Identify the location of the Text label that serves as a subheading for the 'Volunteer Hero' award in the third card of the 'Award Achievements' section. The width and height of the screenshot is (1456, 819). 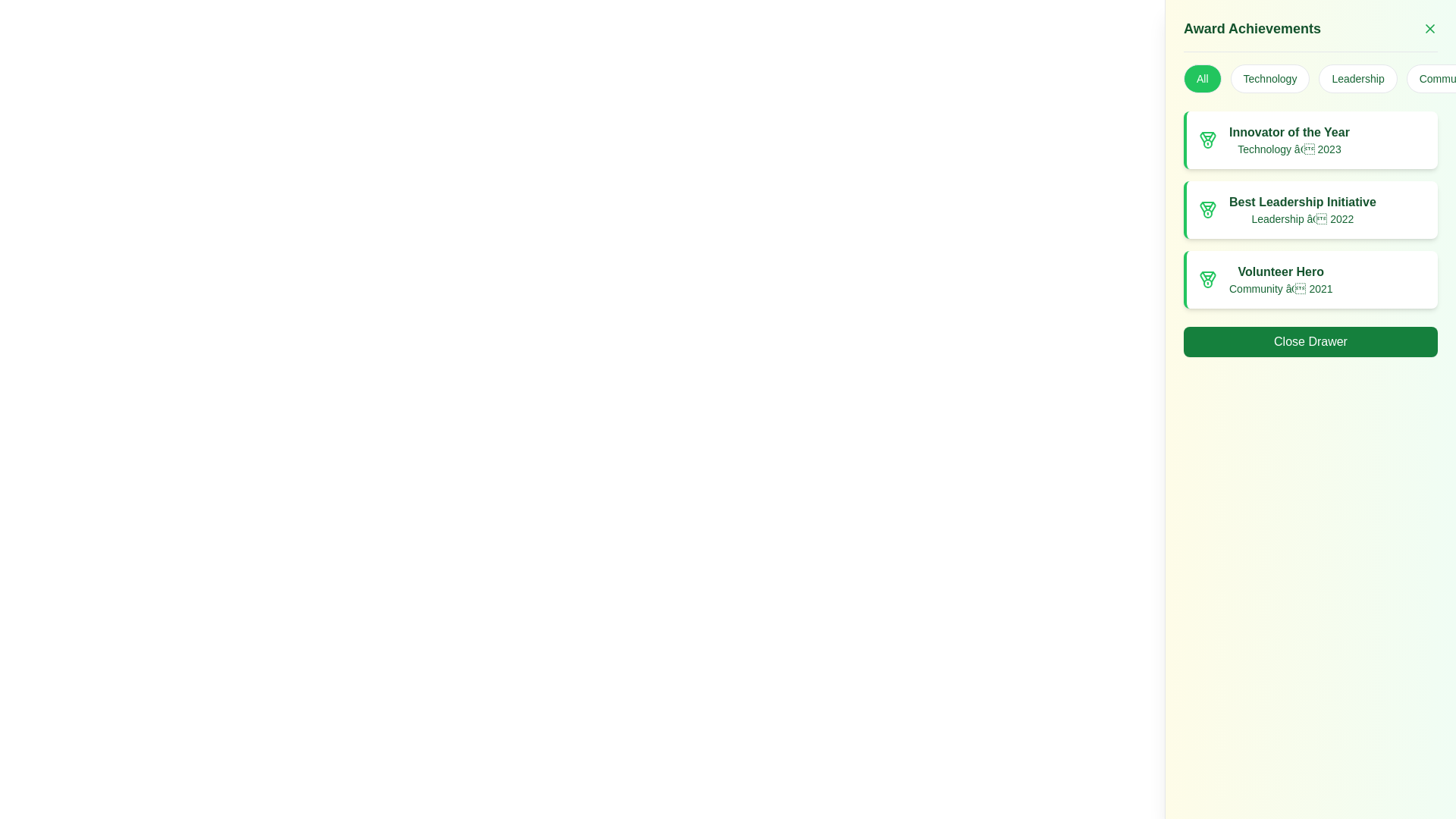
(1280, 289).